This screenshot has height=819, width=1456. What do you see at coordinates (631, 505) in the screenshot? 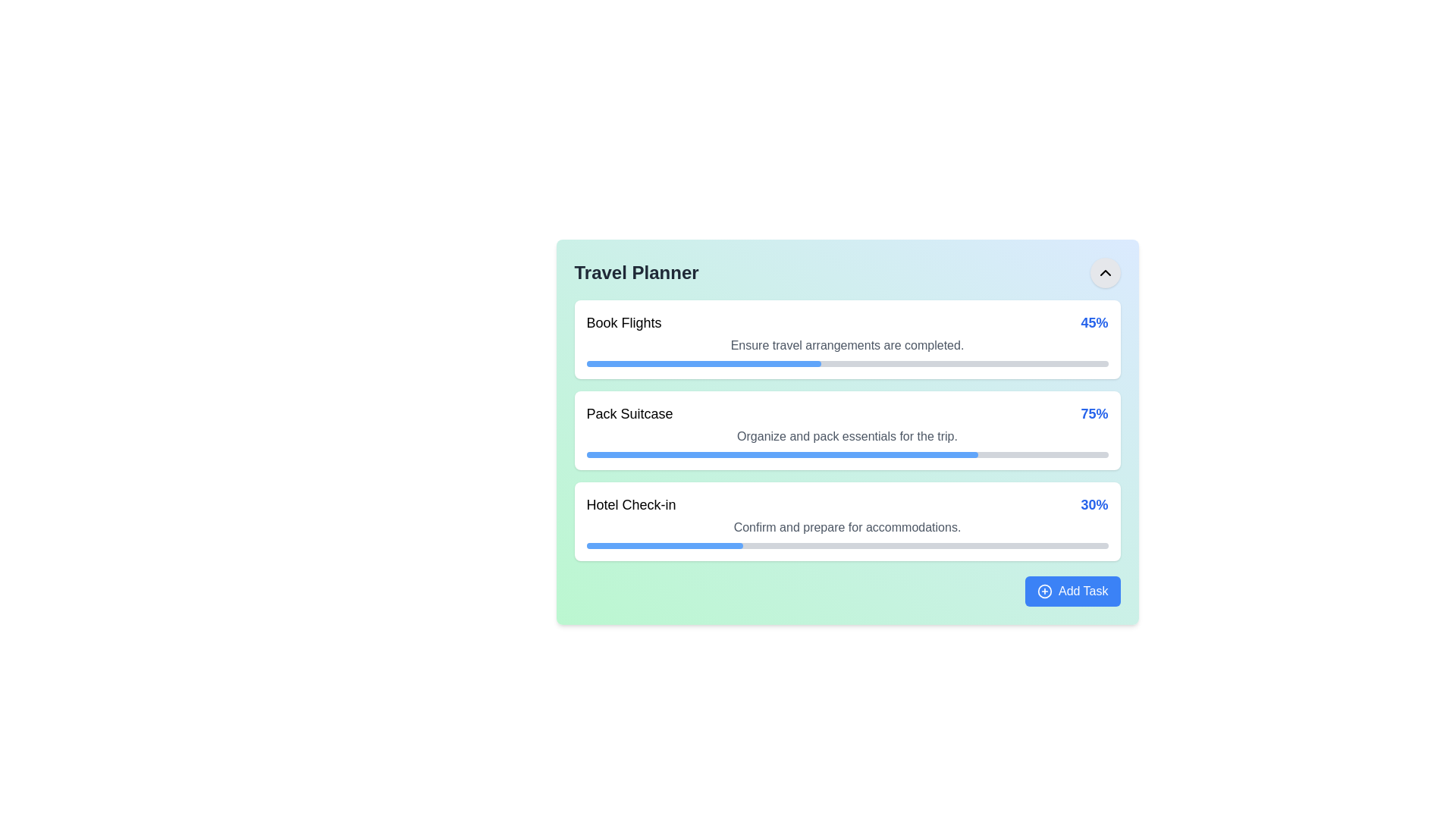
I see `the 'Hotel Check-in' text label in the Travel Planner interface, which serves as the title of a task section` at bounding box center [631, 505].